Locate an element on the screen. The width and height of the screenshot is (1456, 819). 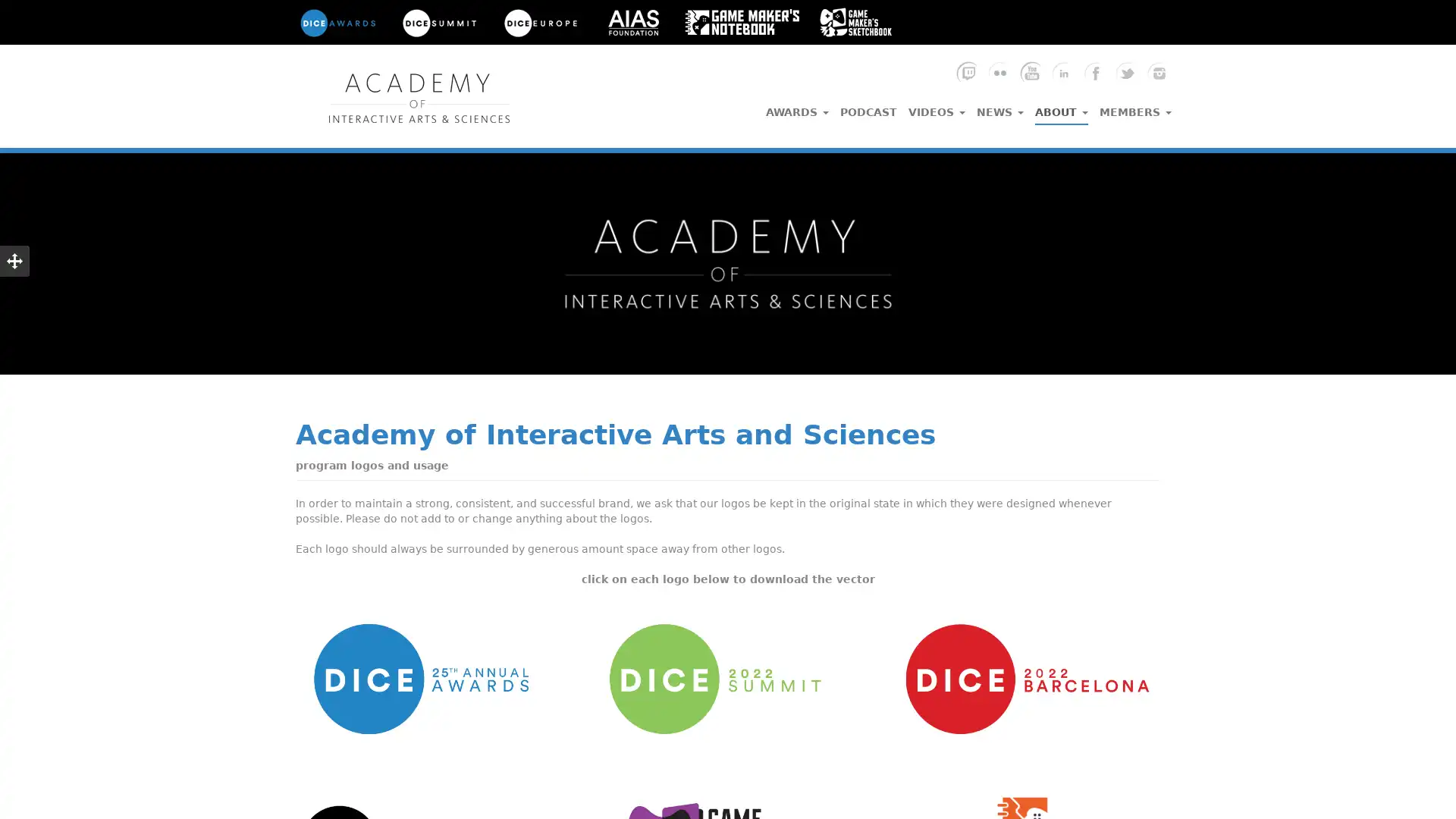
VIDEOS is located at coordinates (936, 107).